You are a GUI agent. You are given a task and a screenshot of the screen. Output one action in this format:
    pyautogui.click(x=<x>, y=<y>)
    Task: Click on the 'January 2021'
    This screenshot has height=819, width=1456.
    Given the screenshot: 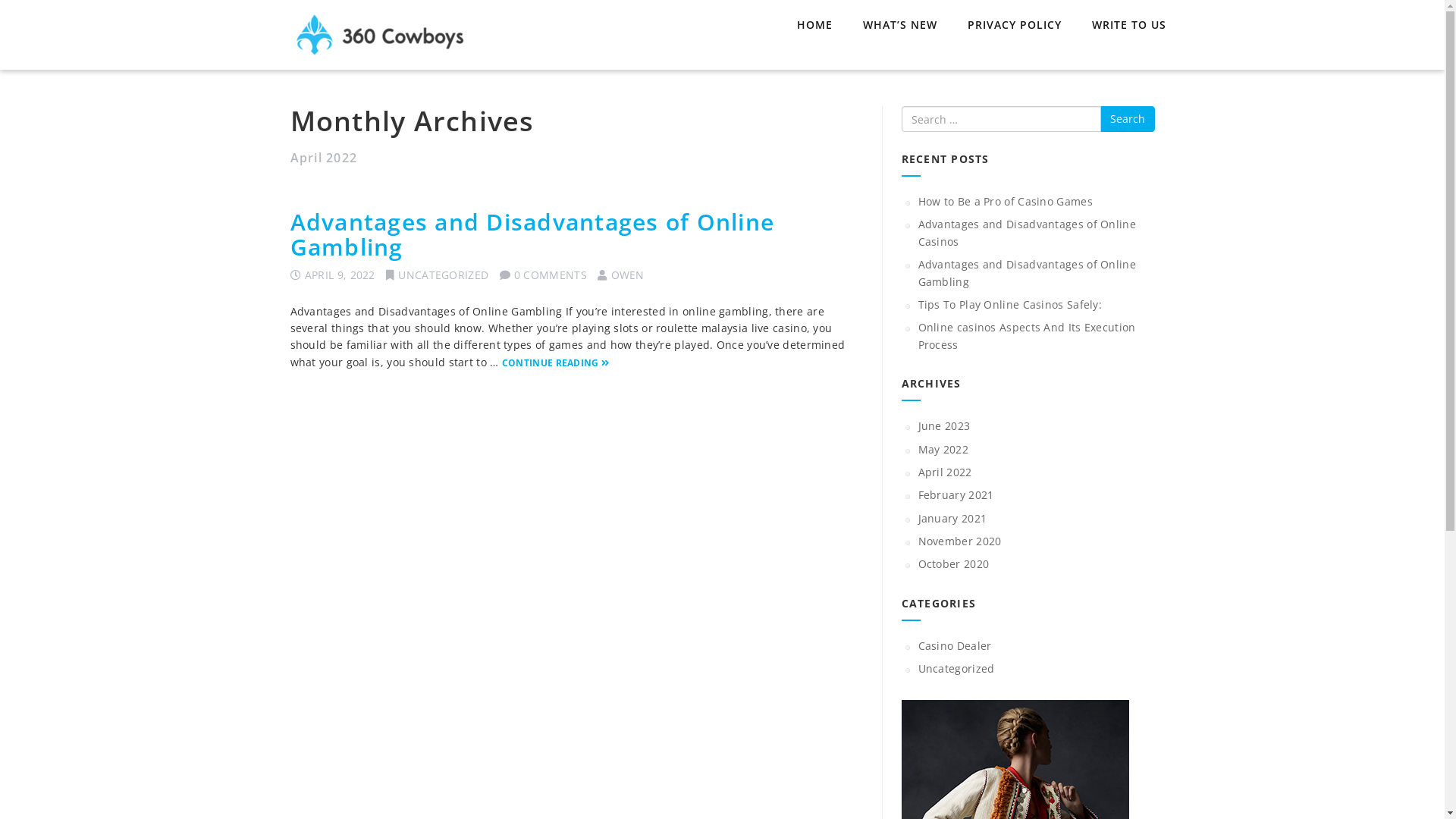 What is the action you would take?
    pyautogui.click(x=951, y=517)
    